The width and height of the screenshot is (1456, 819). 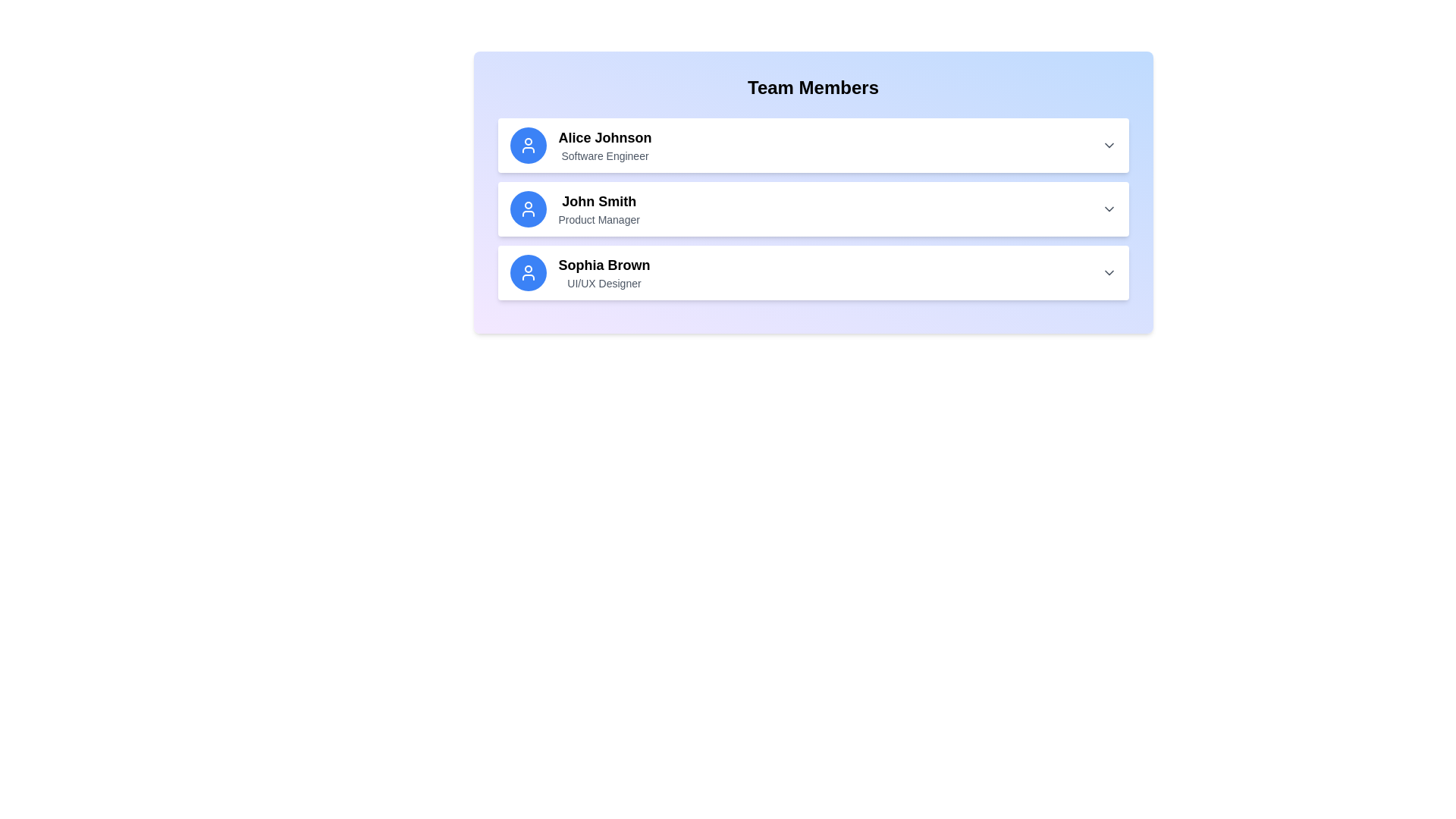 What do you see at coordinates (528, 209) in the screenshot?
I see `the user profile icon with a circular head and semi-circular body, outlined in white on a blue background, located next to 'John Smith' in the 'Team Members' list` at bounding box center [528, 209].